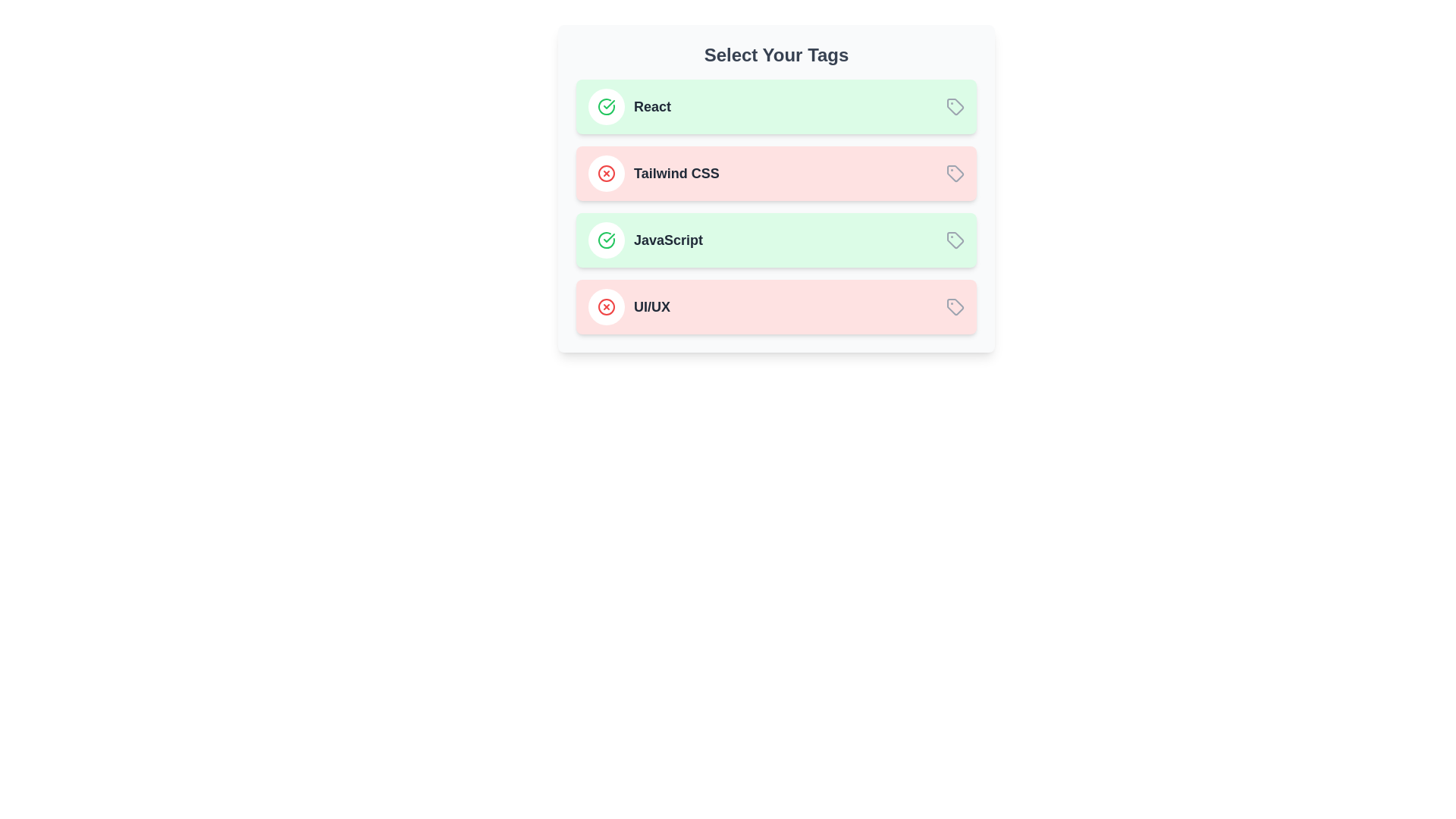 This screenshot has height=819, width=1456. Describe the element at coordinates (629, 106) in the screenshot. I see `the selectable Tag item indicating the tag 'React' in the topmost row of the 'Select Your Tags' list` at that location.